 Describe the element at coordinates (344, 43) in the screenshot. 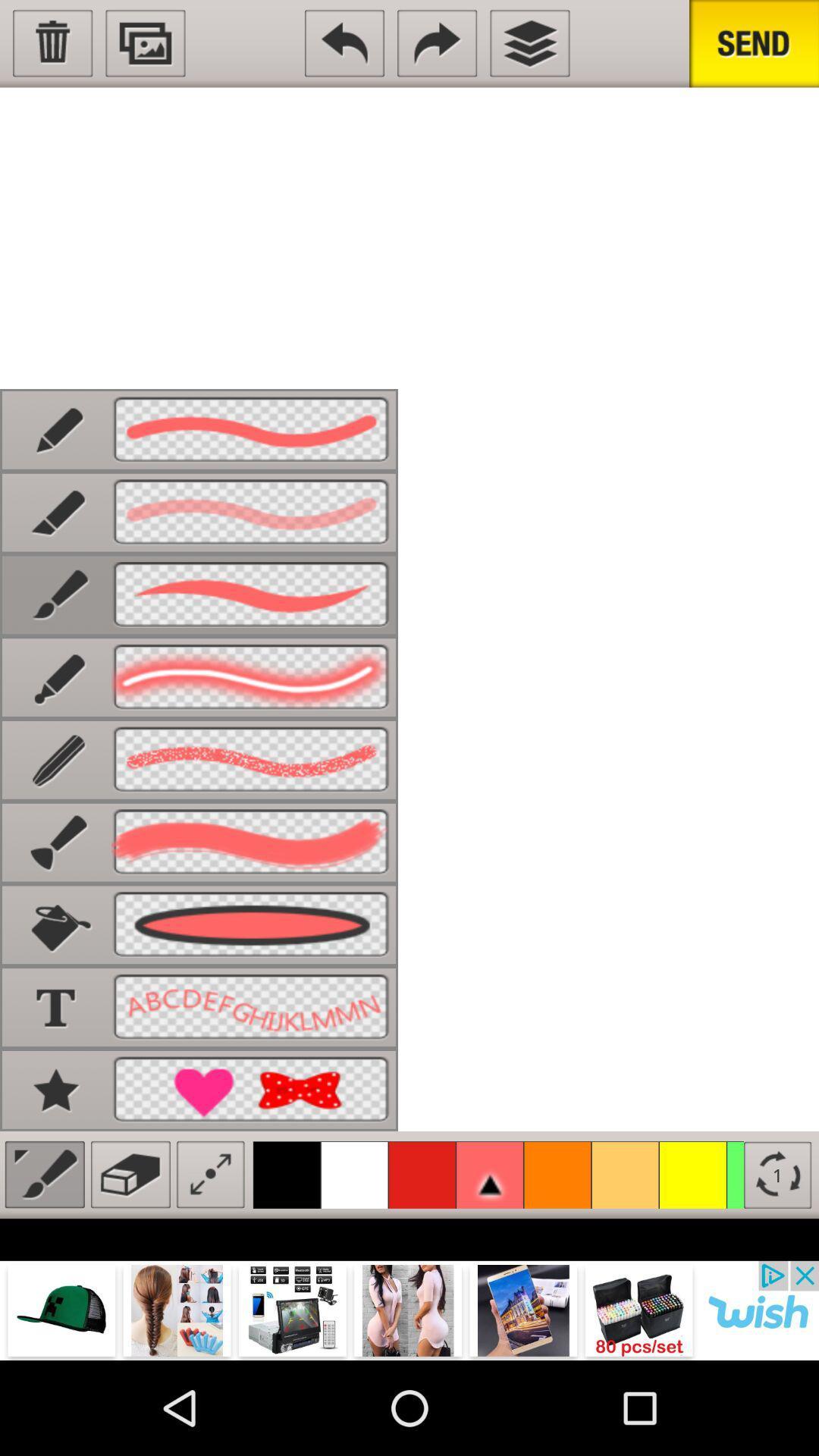

I see `go back` at that location.